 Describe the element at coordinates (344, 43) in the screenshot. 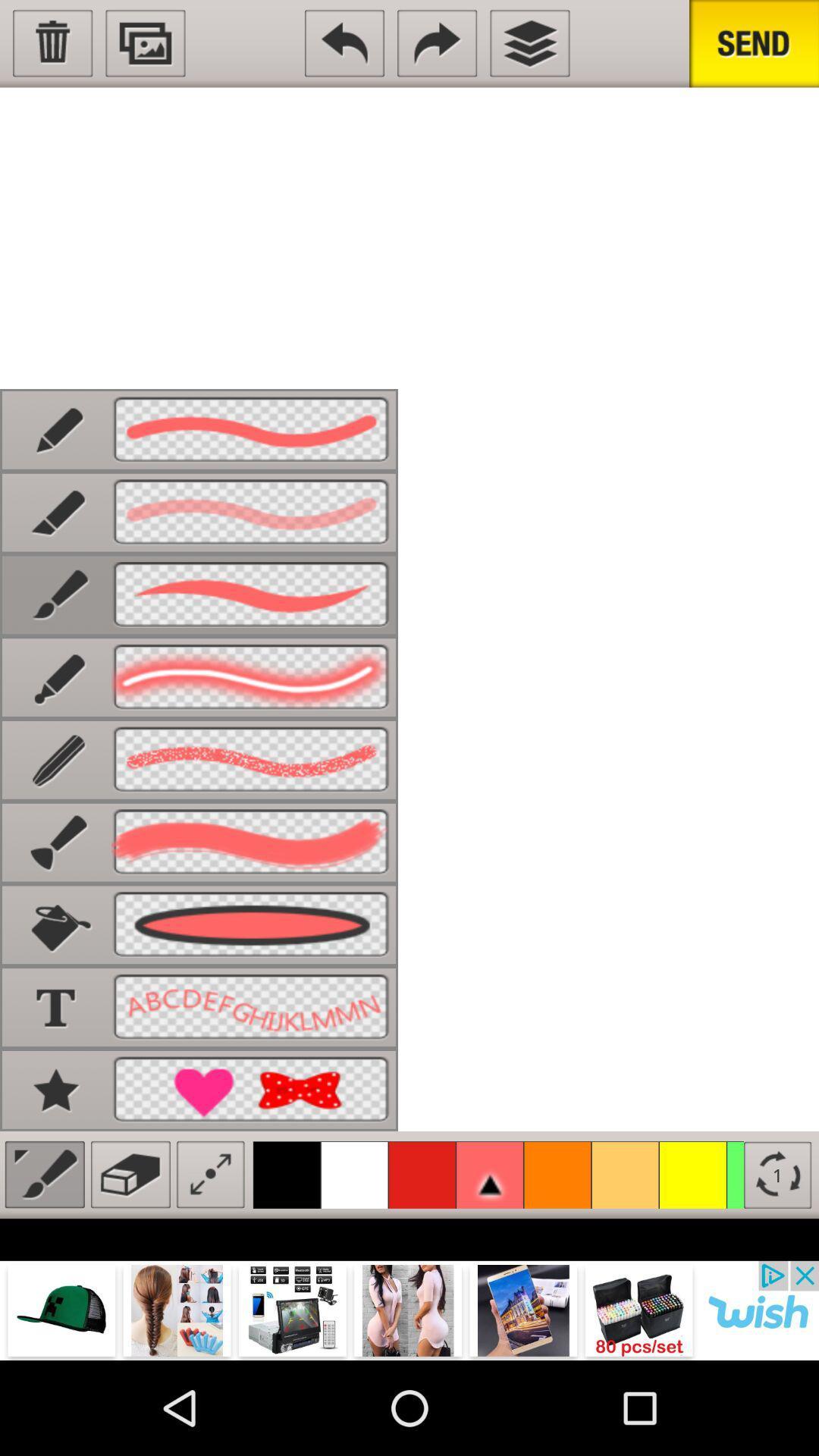

I see `go back` at that location.